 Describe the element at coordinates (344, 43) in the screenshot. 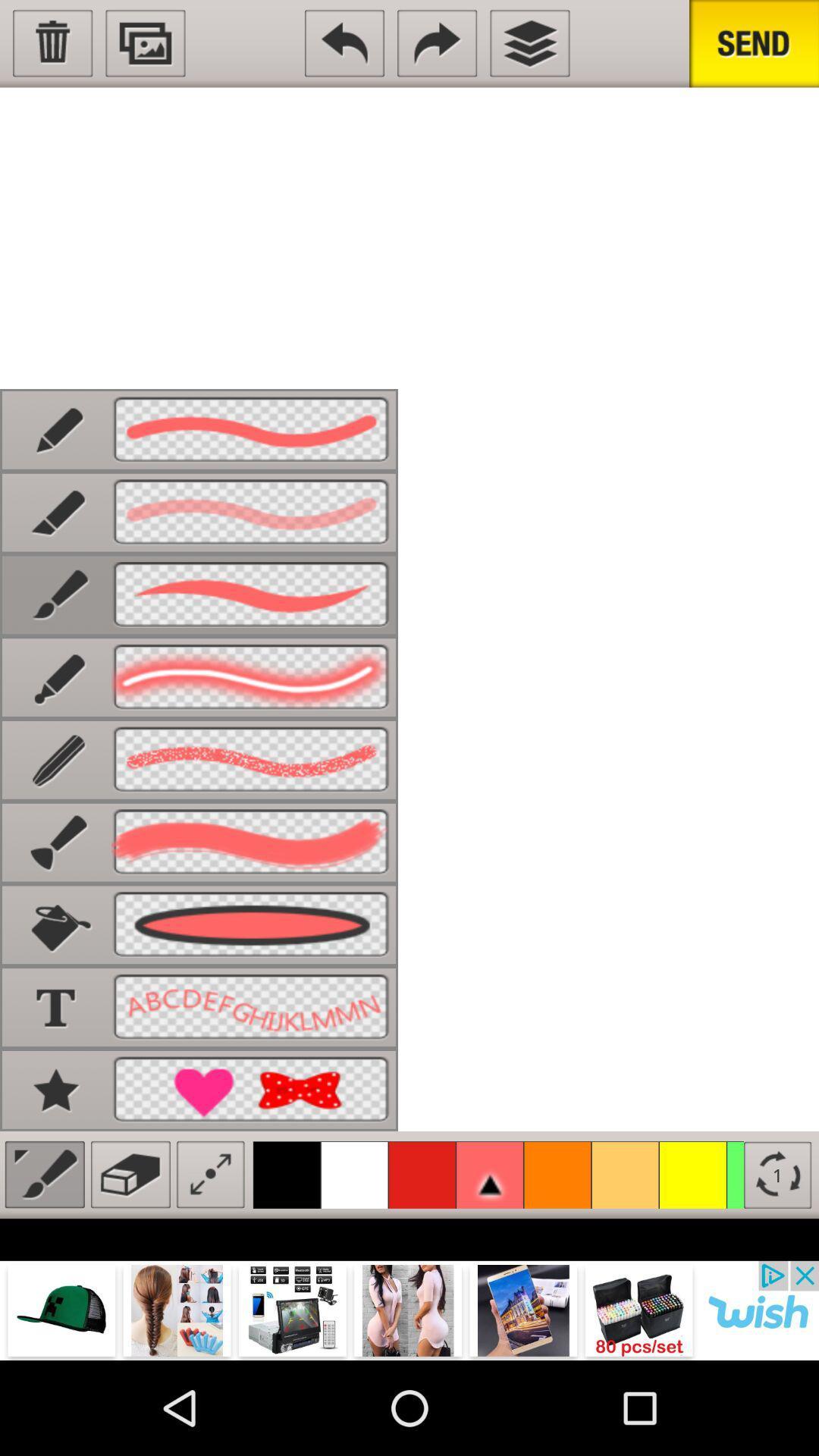

I see `go back` at that location.